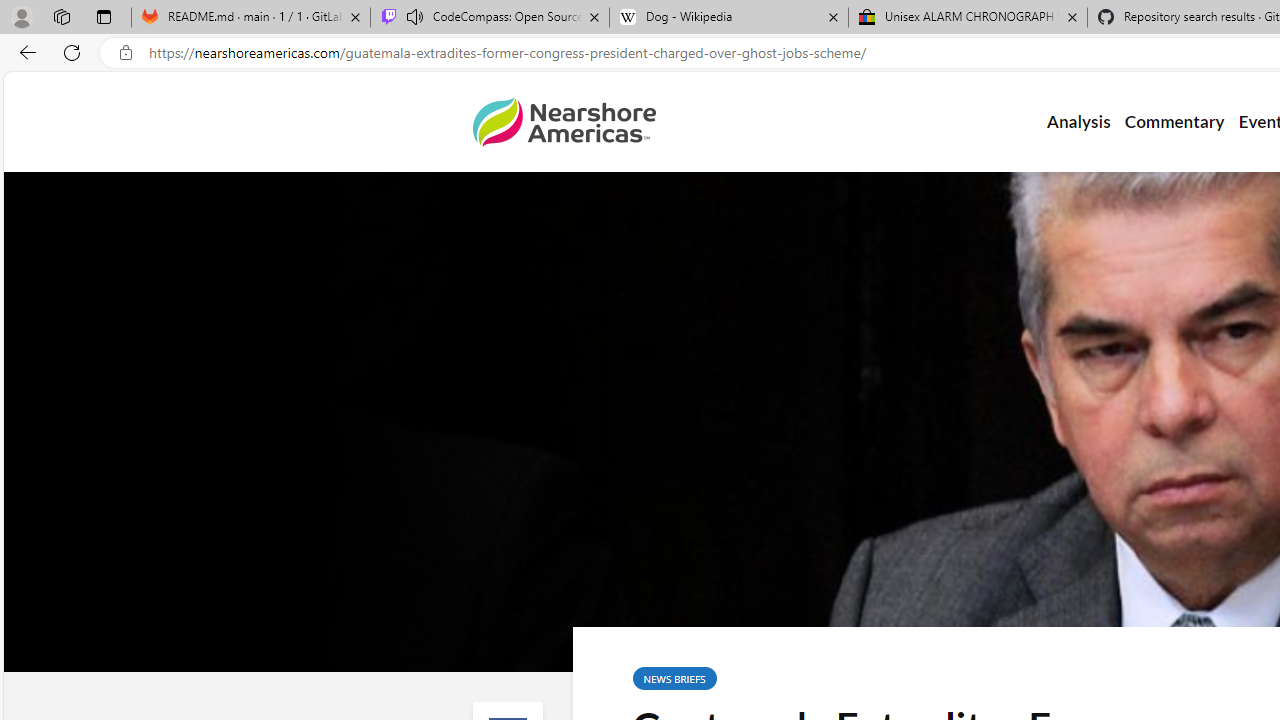 Image resolution: width=1280 pixels, height=720 pixels. I want to click on 'Analysis', so click(1077, 122).